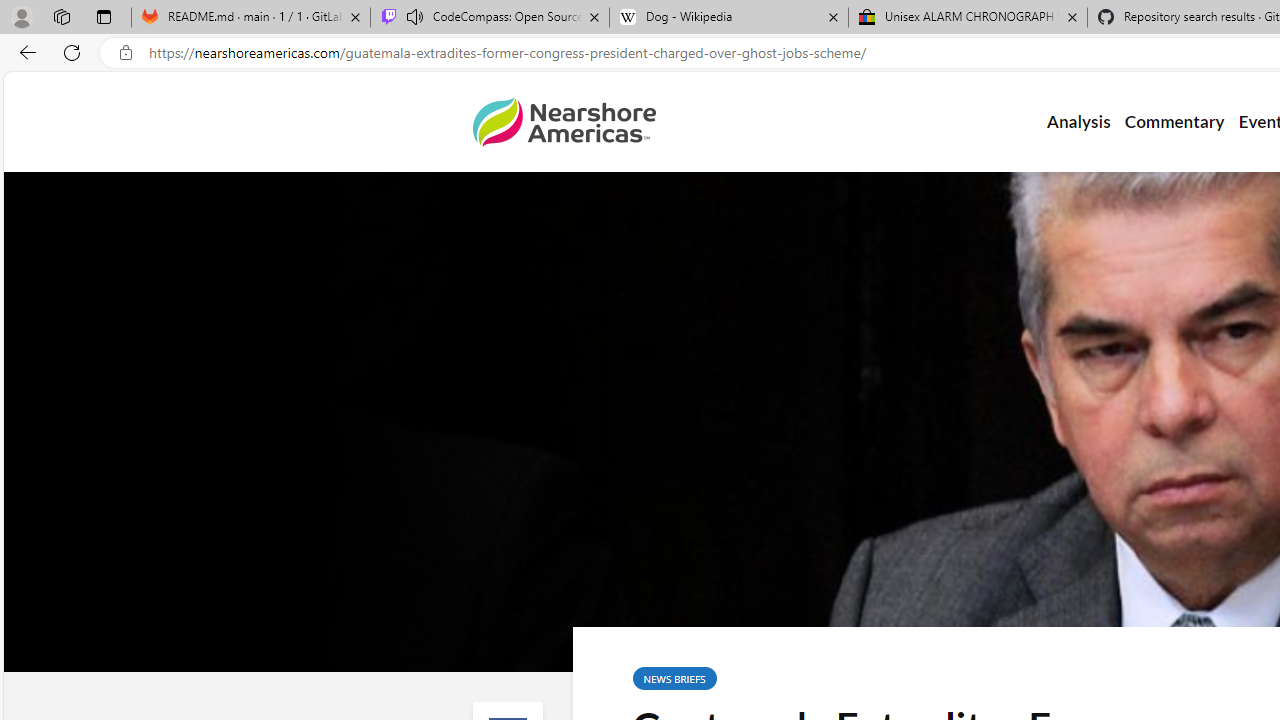 Image resolution: width=1280 pixels, height=720 pixels. I want to click on 'Analysis', so click(1077, 122).